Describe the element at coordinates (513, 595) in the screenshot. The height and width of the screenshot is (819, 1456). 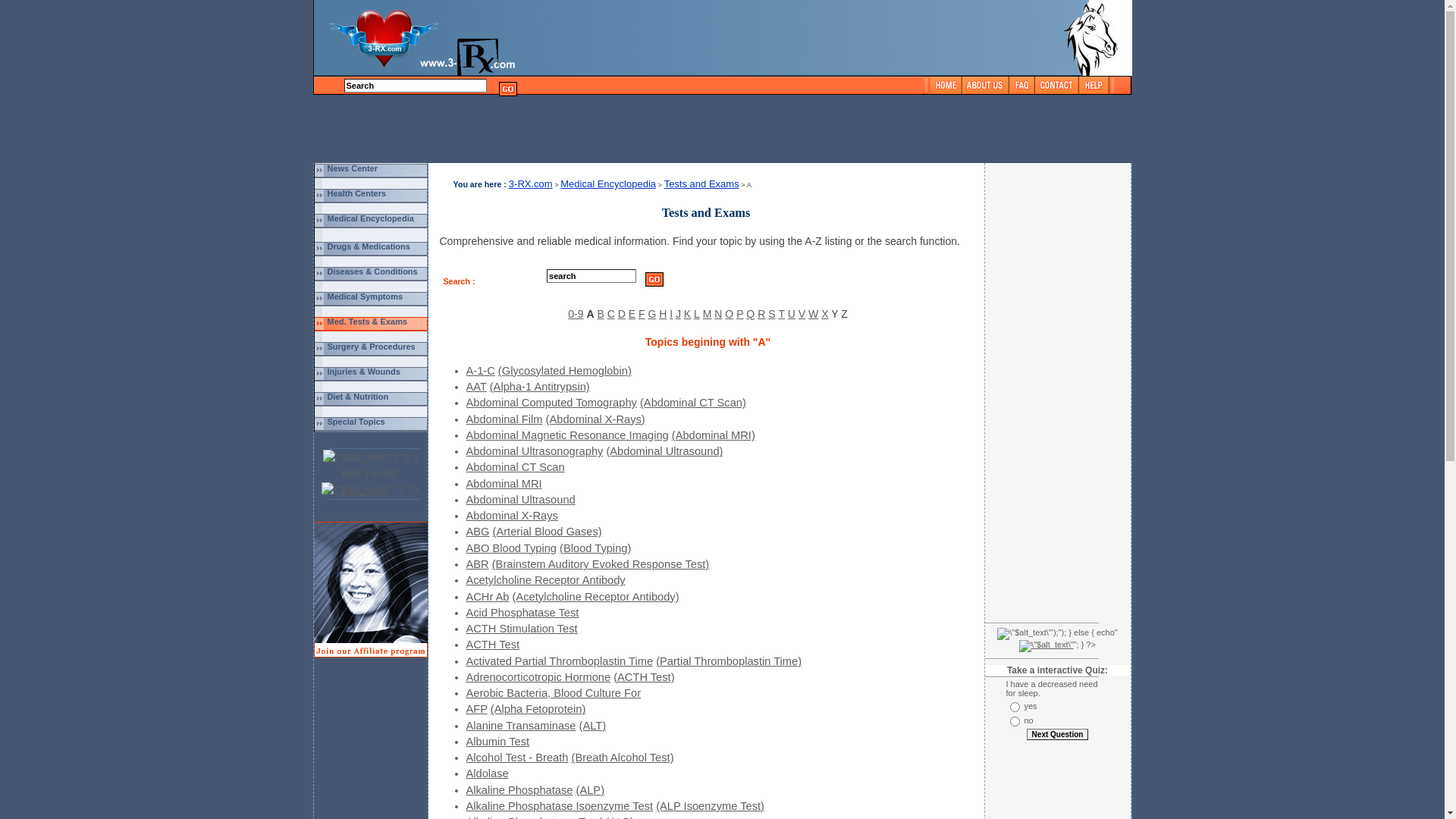
I see `'(Acetylcholine Receptor Antibody)'` at that location.